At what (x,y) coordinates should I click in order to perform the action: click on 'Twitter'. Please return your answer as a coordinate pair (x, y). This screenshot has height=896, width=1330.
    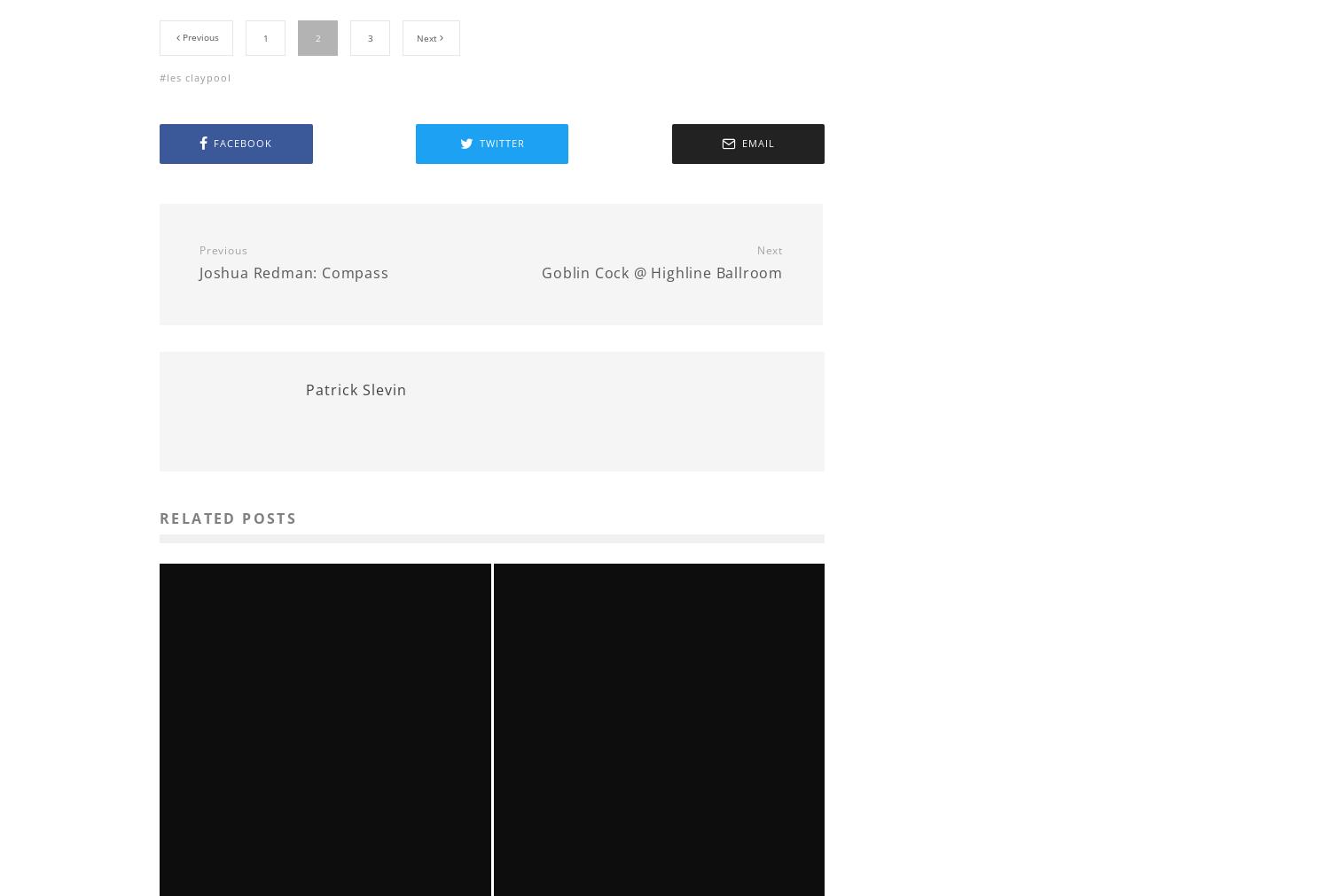
    Looking at the image, I should click on (500, 141).